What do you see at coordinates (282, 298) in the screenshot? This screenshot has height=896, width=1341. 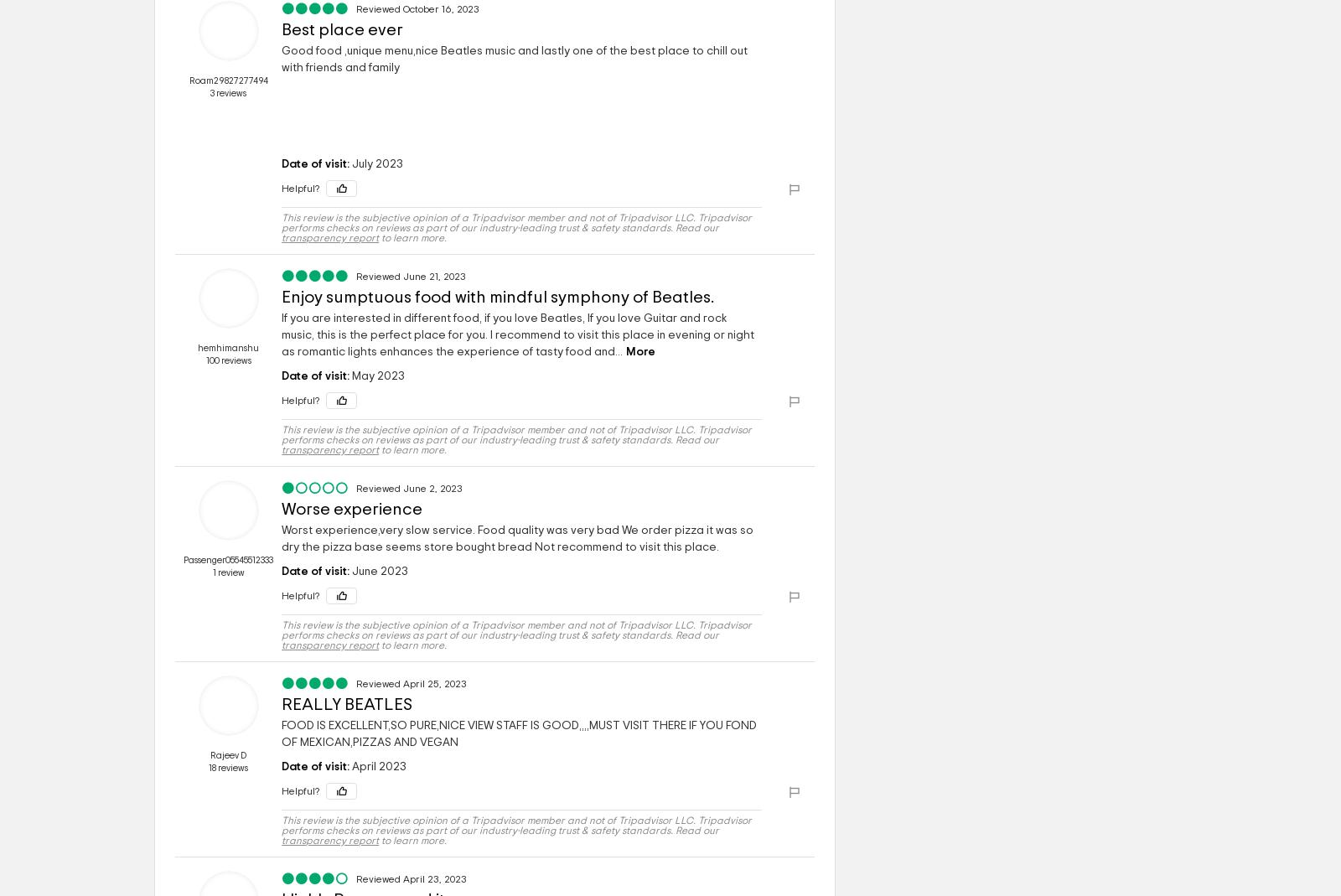 I see `'Enjoy sumptuous  food with mindful symphony of Beatles.'` at bounding box center [282, 298].